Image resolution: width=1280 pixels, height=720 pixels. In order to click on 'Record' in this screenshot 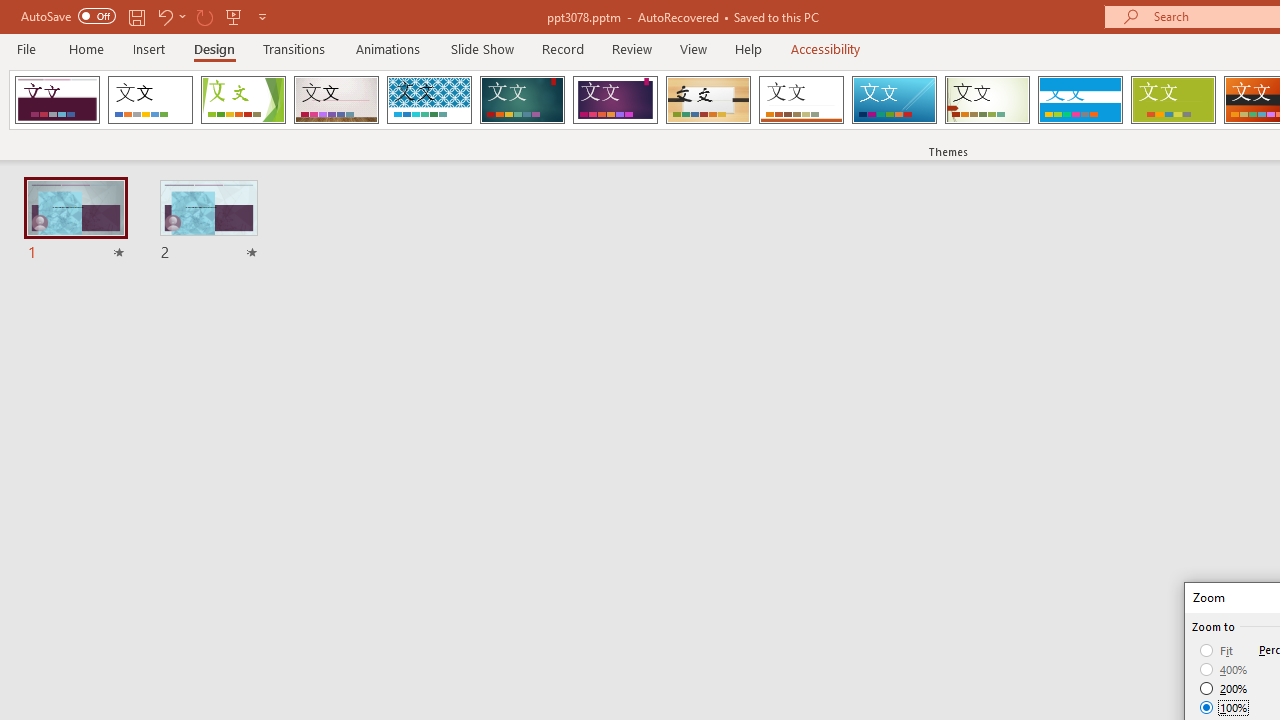, I will do `click(561, 48)`.